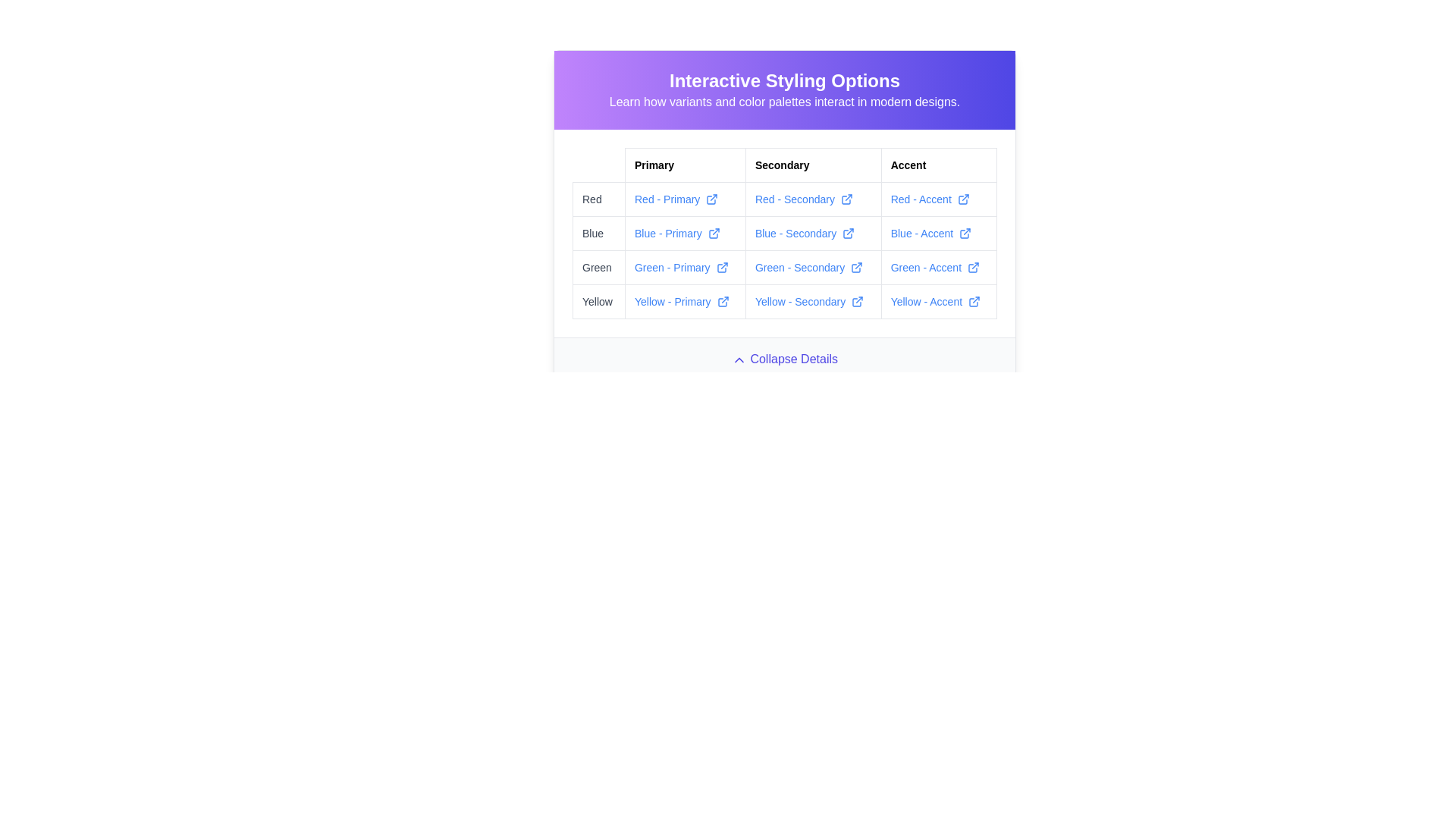 This screenshot has width=1456, height=819. I want to click on the external link icon located in the 'Primary' column and 'Green' row of the table, so click(721, 267).